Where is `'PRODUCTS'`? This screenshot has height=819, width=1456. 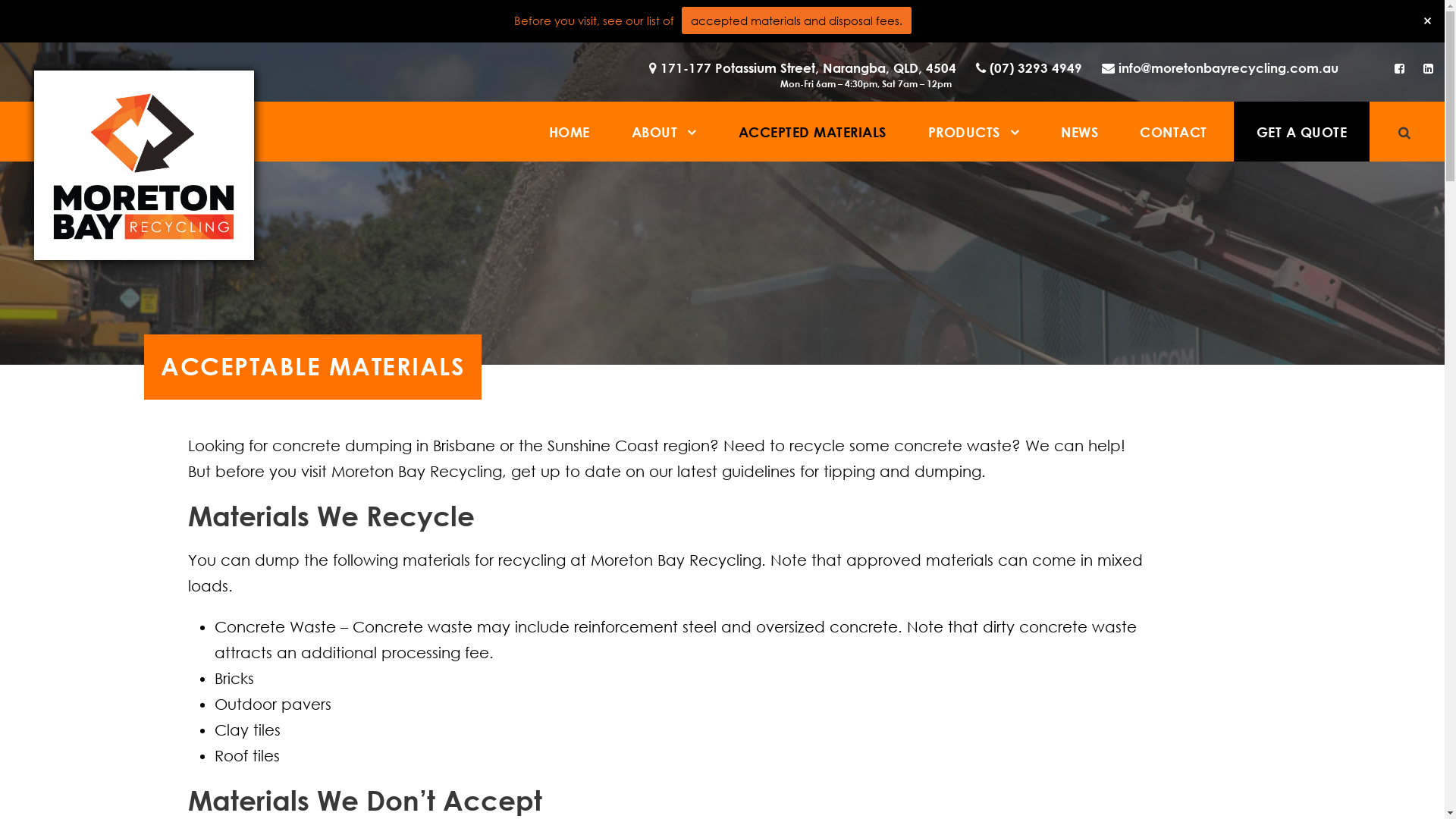 'PRODUCTS' is located at coordinates (927, 130).